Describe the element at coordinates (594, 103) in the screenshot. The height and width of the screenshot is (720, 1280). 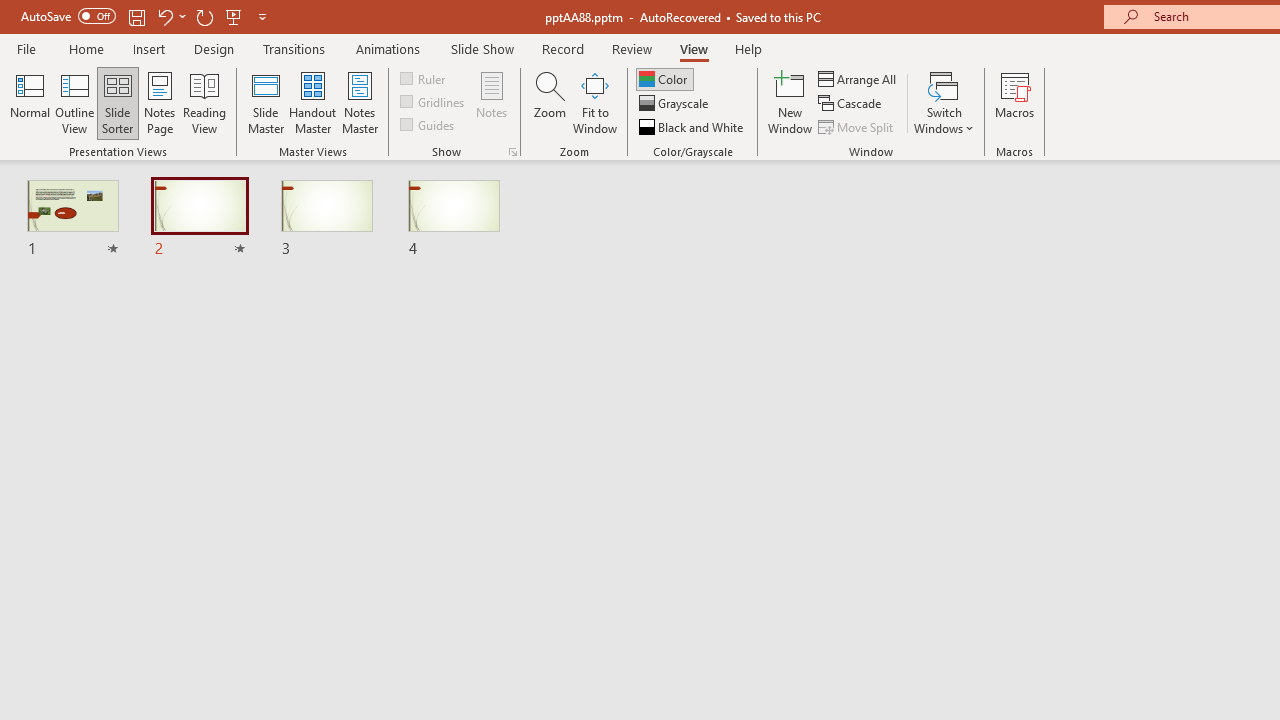
I see `'Fit to Window'` at that location.